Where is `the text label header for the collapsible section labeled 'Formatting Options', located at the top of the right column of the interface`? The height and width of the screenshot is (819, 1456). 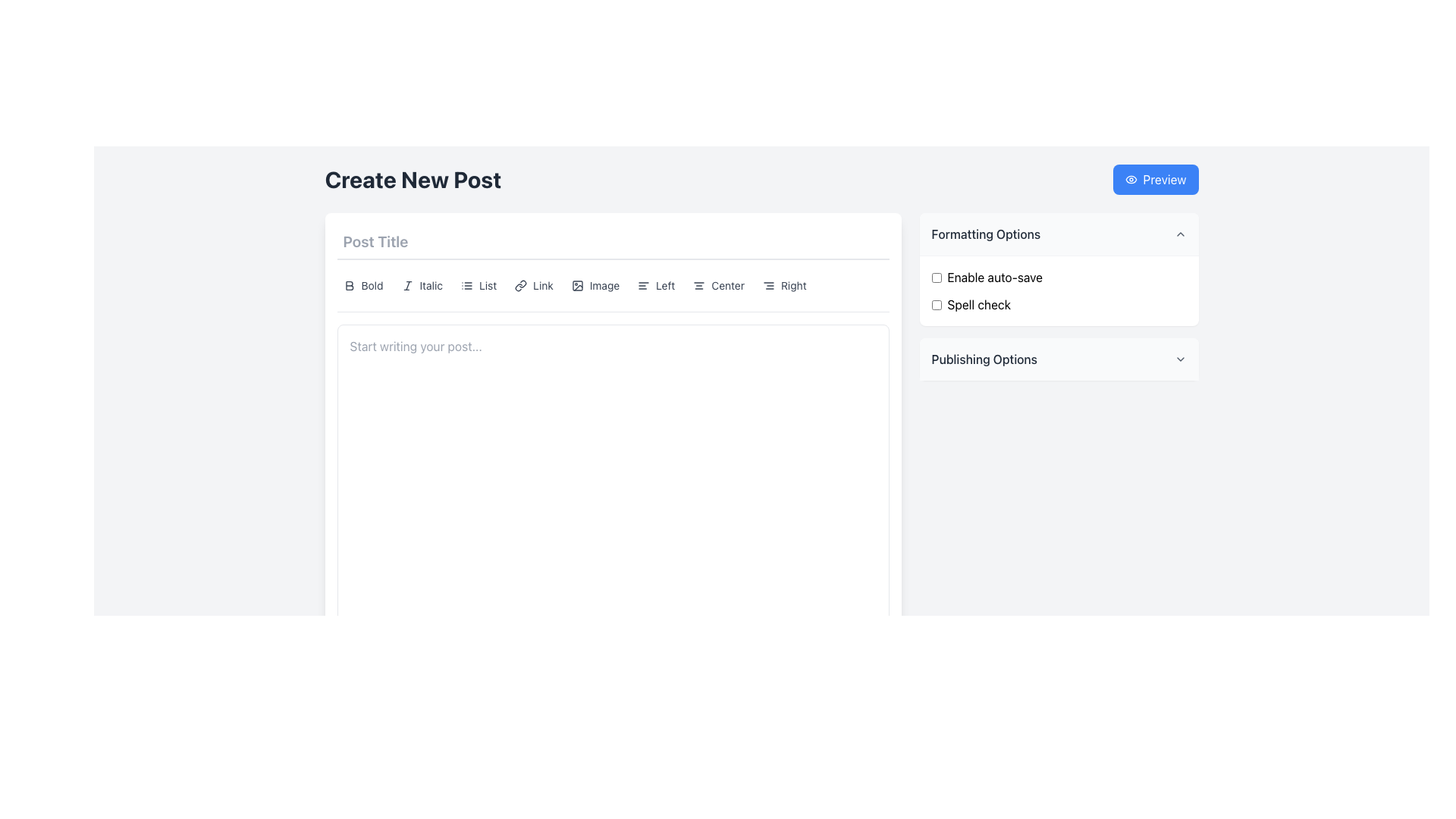
the text label header for the collapsible section labeled 'Formatting Options', located at the top of the right column of the interface is located at coordinates (986, 234).